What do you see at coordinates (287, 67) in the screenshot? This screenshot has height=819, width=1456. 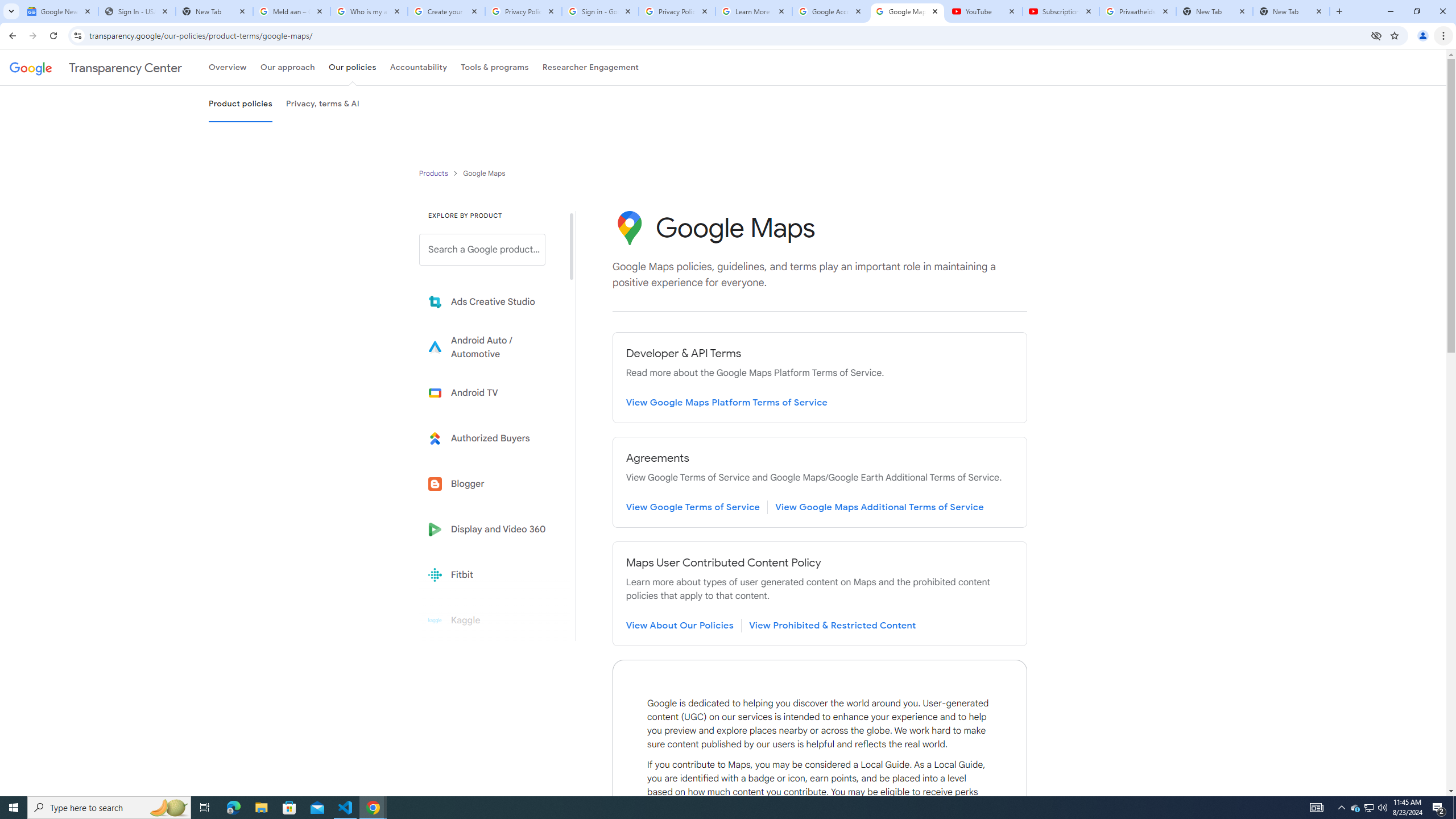 I see `'Our approach'` at bounding box center [287, 67].